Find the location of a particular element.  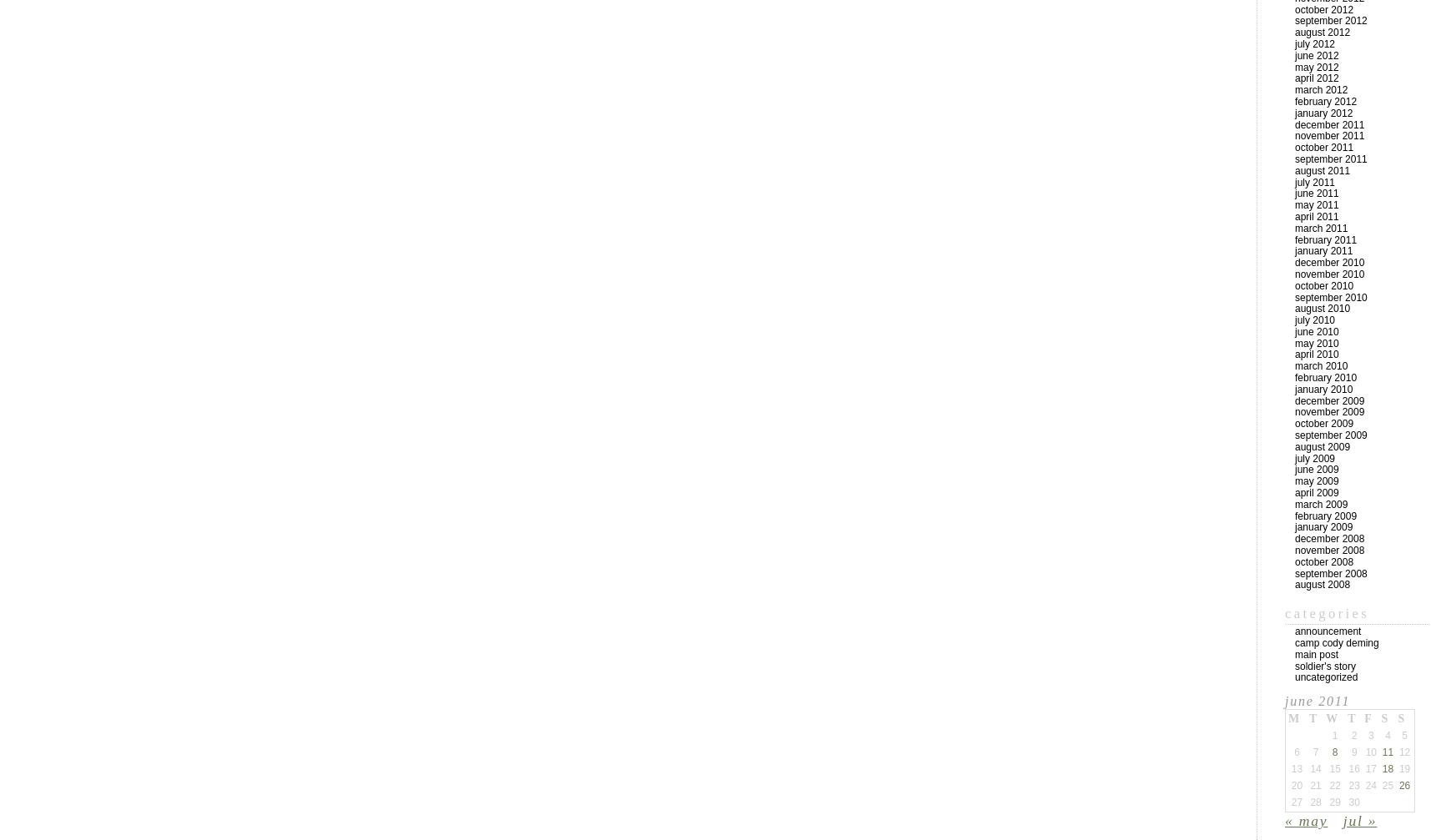

'8' is located at coordinates (1334, 751).